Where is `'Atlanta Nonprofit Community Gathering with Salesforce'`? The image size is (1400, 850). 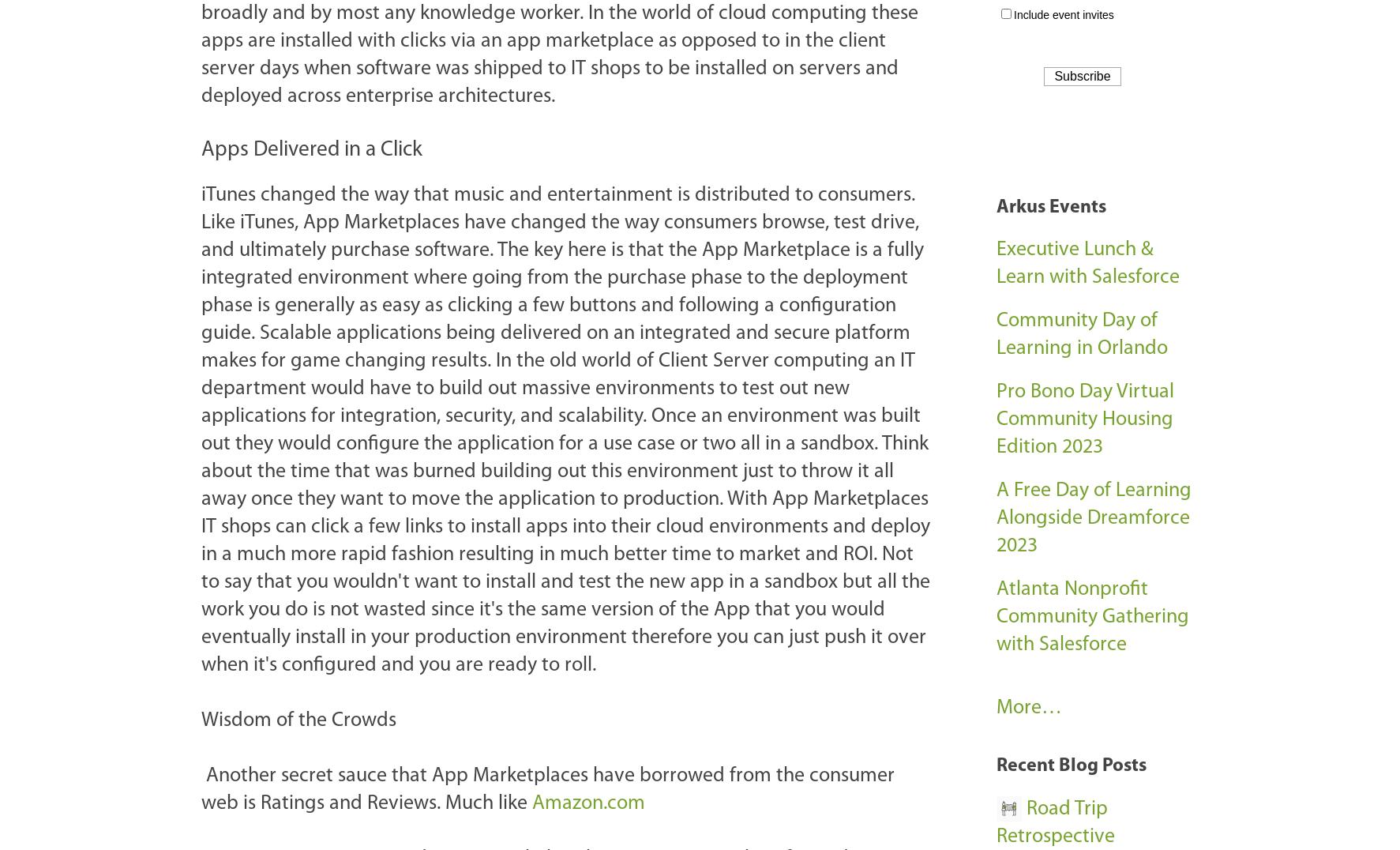
'Atlanta Nonprofit Community Gathering with Salesforce' is located at coordinates (1092, 617).